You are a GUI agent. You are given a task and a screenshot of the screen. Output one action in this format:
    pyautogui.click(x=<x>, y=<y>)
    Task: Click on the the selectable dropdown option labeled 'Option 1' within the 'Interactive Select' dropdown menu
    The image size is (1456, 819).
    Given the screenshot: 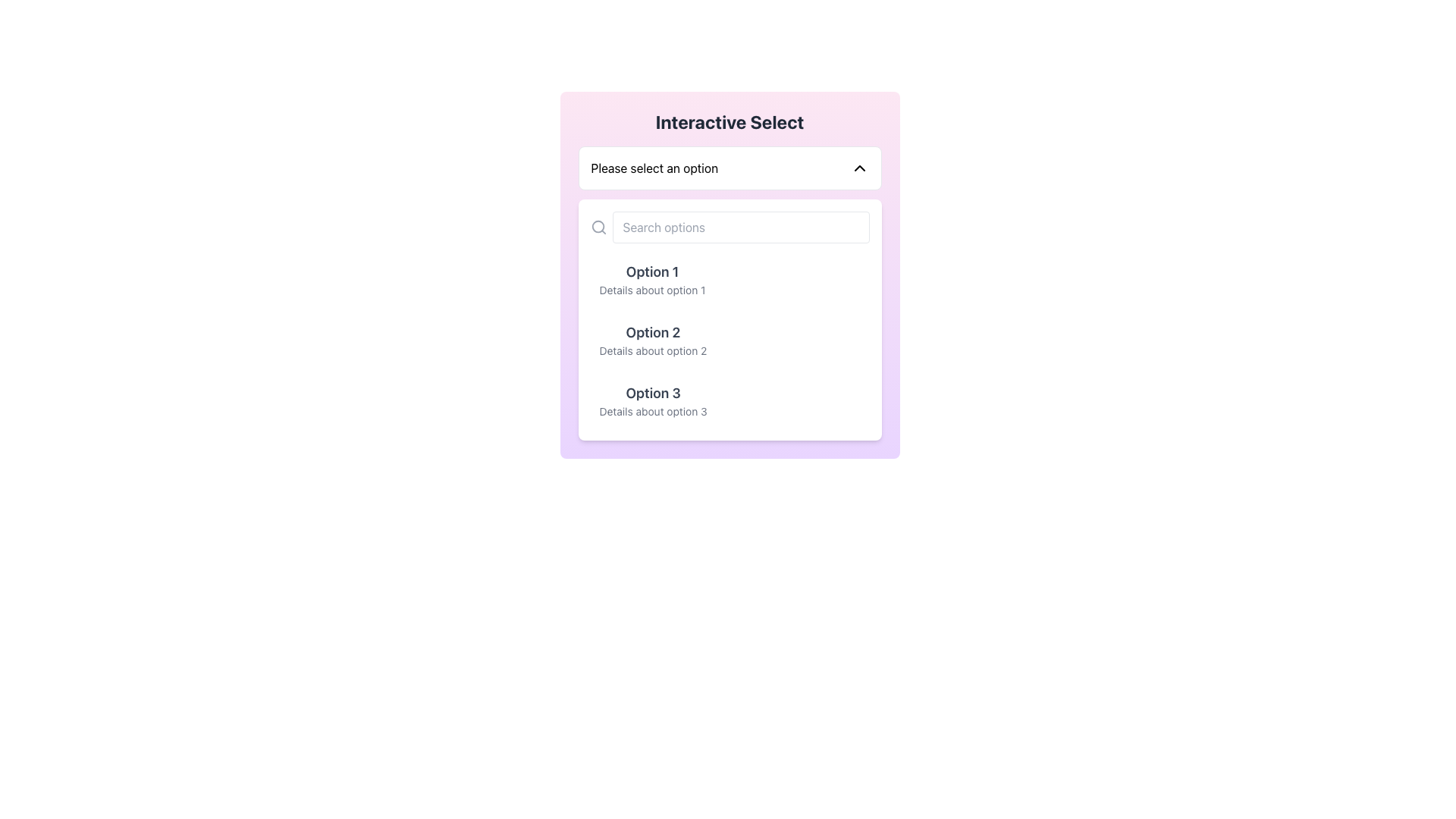 What is the action you would take?
    pyautogui.click(x=652, y=280)
    